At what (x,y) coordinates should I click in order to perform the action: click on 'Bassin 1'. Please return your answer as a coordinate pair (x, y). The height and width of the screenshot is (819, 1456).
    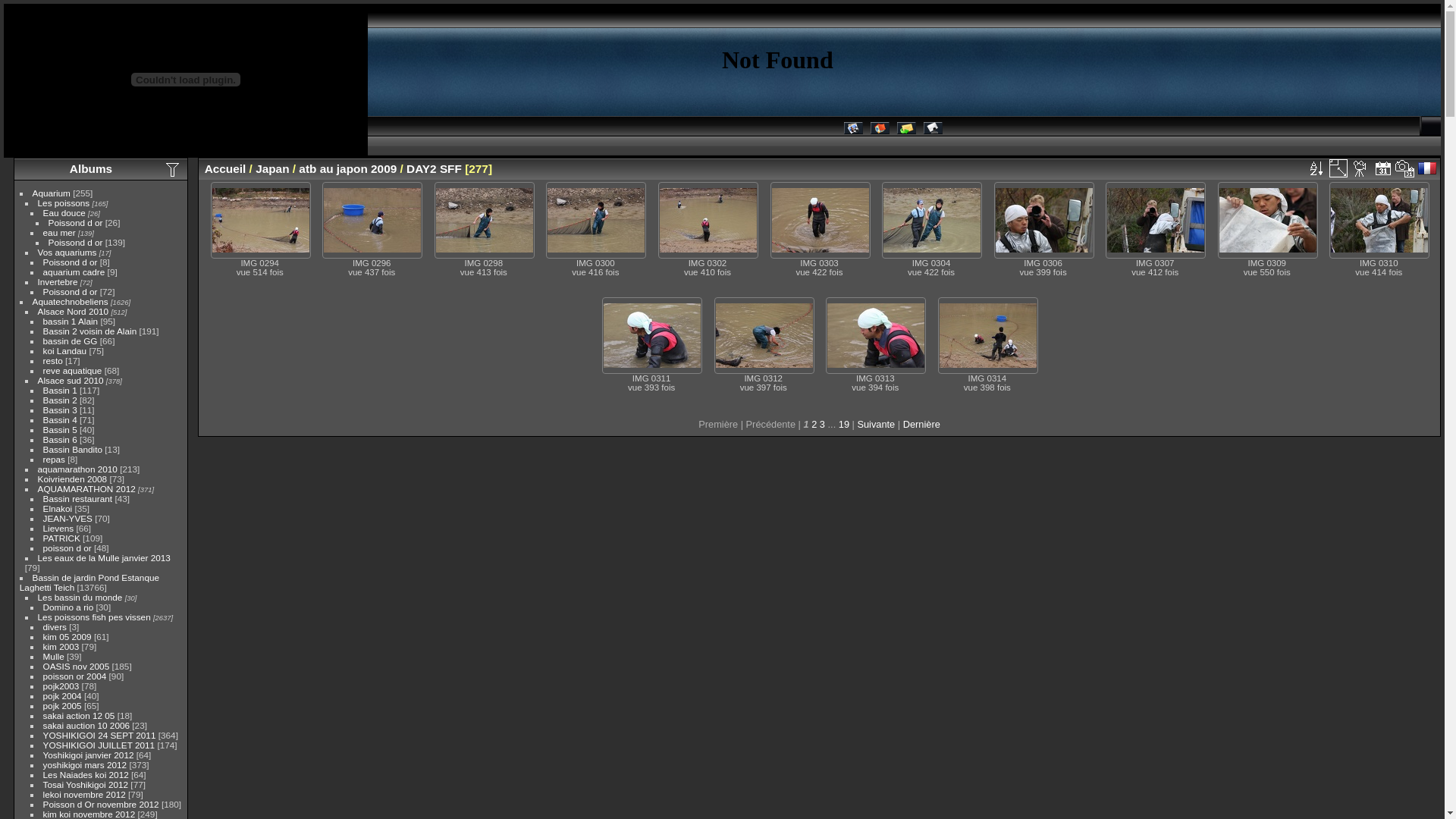
    Looking at the image, I should click on (60, 389).